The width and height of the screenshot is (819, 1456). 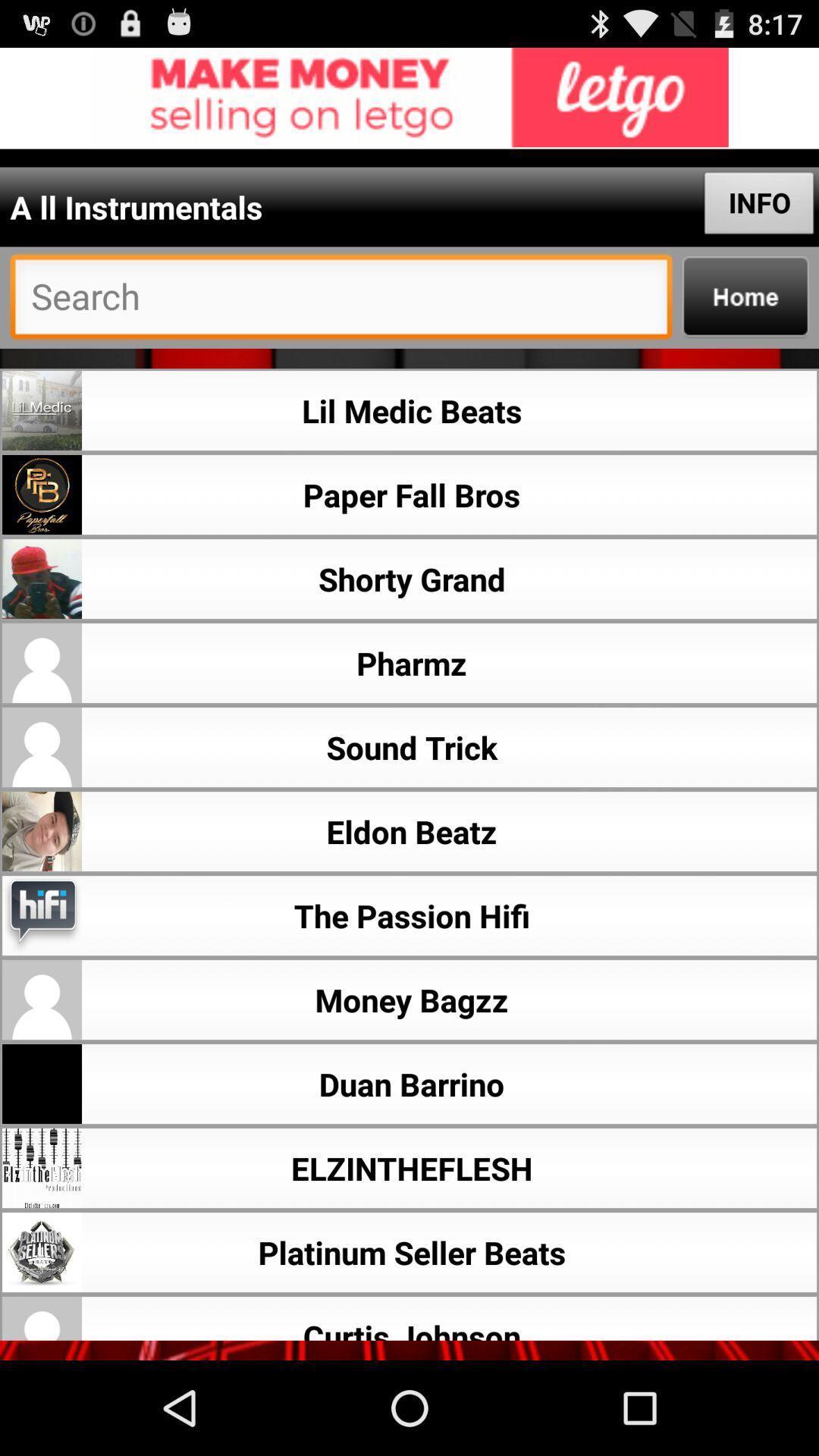 I want to click on go back, so click(x=745, y=297).